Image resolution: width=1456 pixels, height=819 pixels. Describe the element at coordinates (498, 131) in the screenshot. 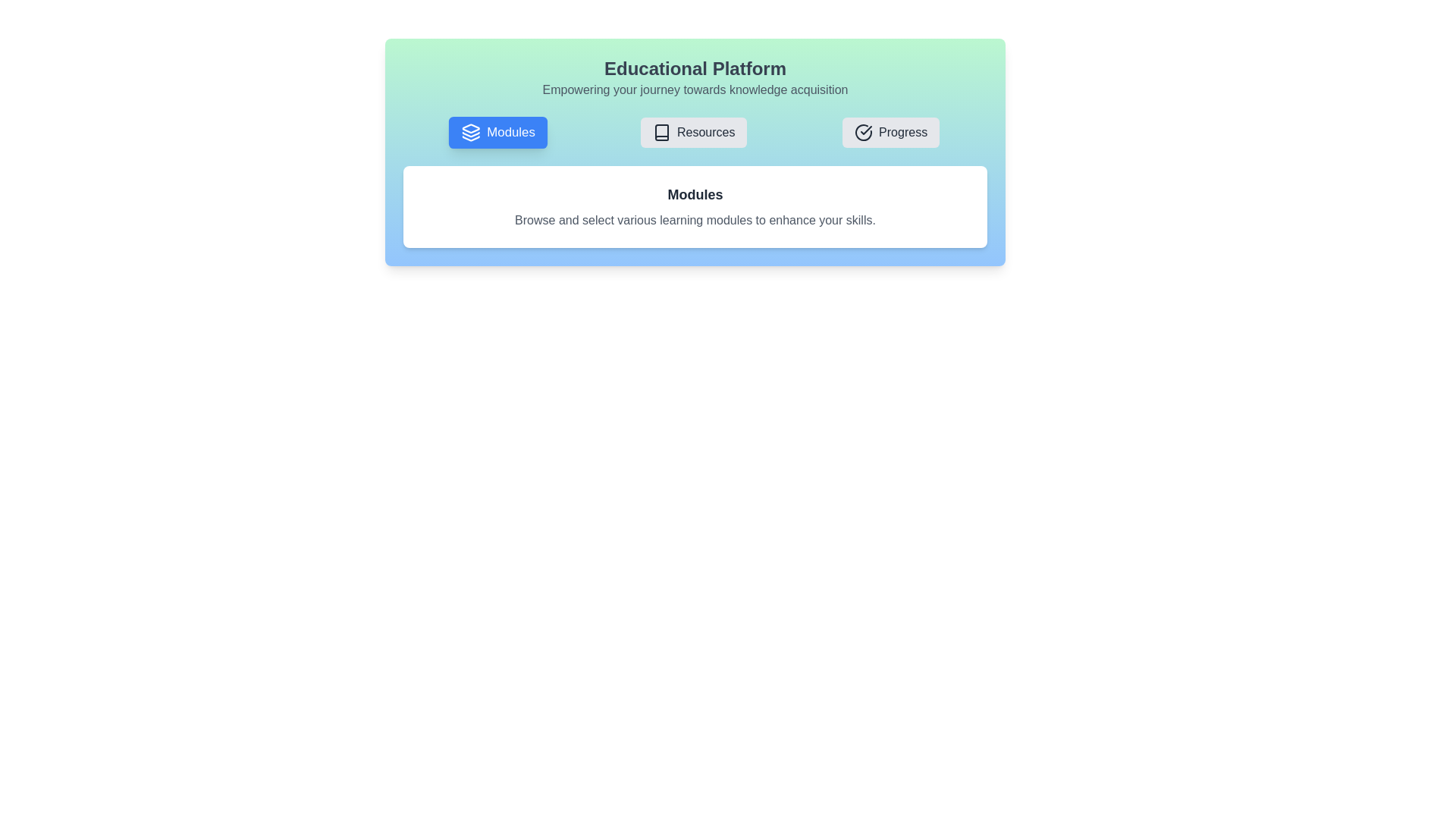

I see `the Modules tab to view its content` at that location.